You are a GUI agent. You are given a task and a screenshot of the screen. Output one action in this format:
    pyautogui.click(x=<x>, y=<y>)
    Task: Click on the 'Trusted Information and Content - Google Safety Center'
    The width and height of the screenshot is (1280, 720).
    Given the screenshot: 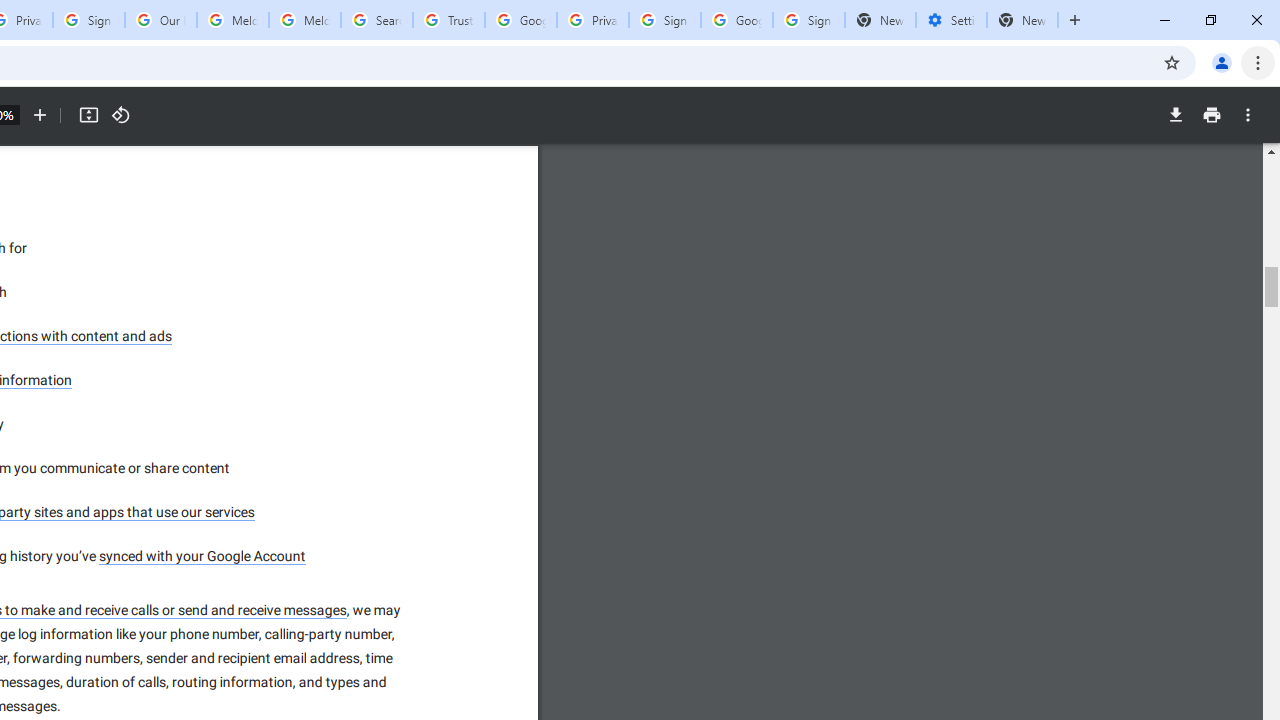 What is the action you would take?
    pyautogui.click(x=448, y=20)
    